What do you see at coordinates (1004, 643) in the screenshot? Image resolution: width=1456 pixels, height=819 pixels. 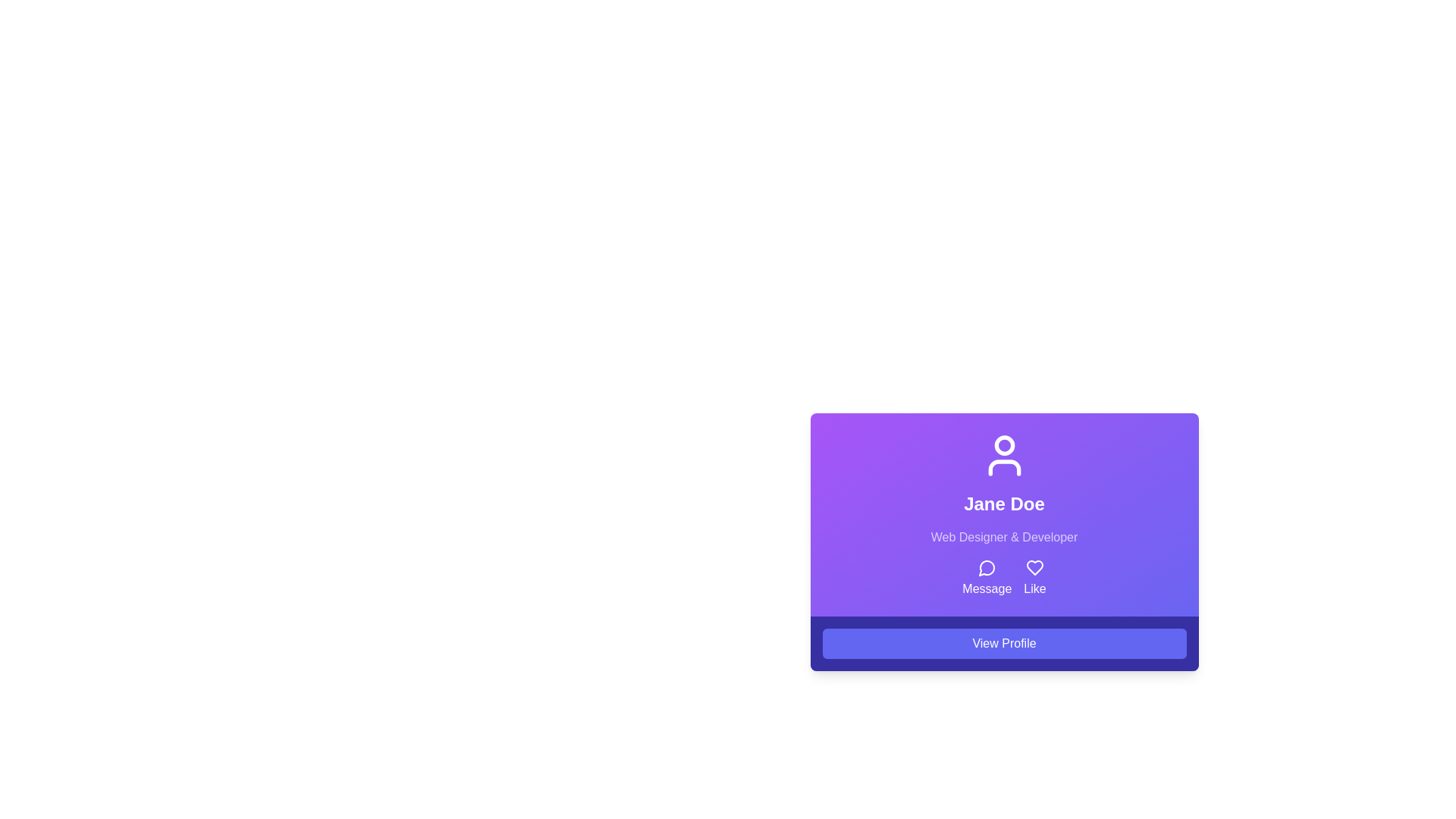 I see `the 'View Profile' button located at the middle bottom of the profile card, which has a purple background and white text` at bounding box center [1004, 643].